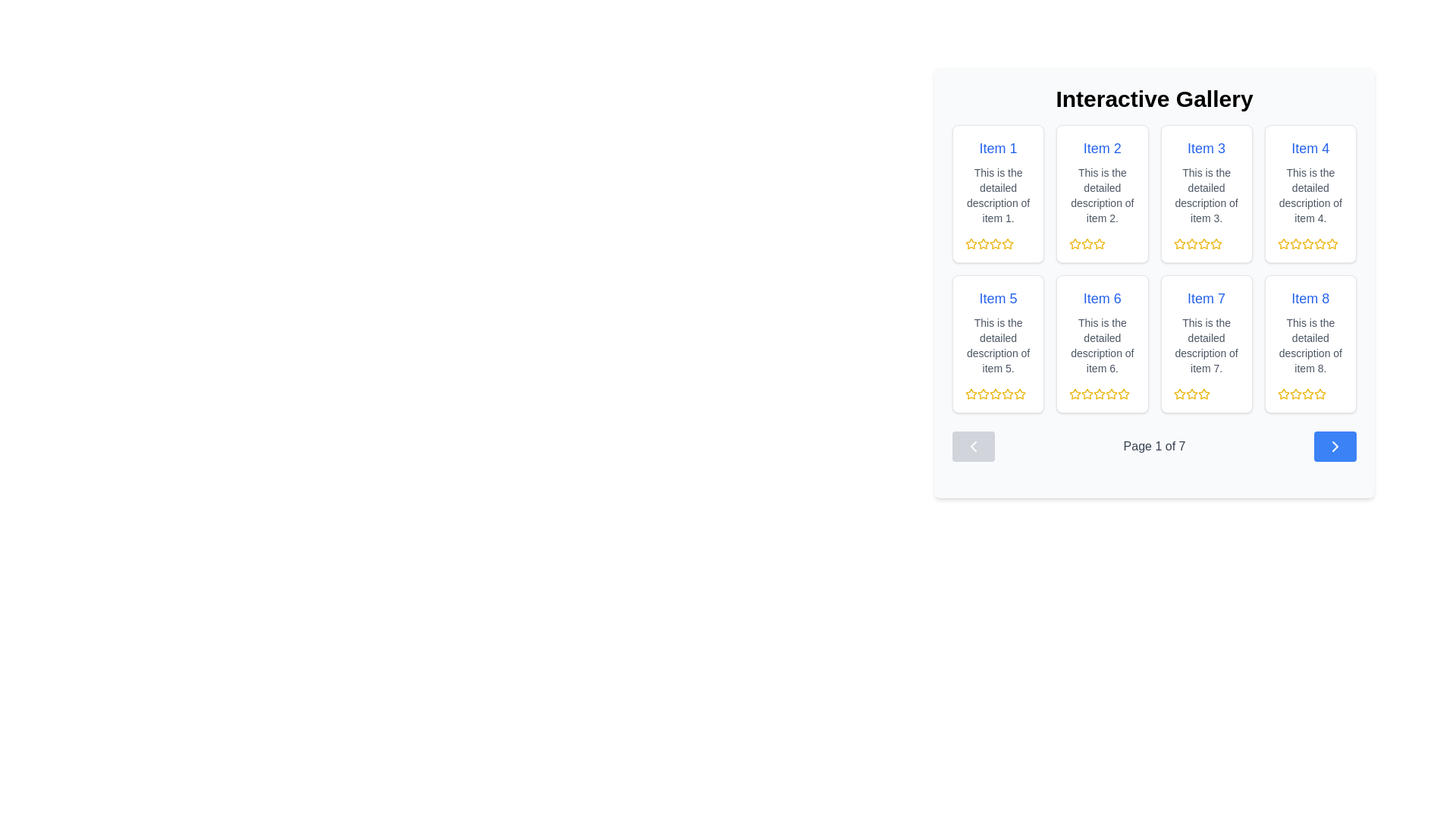 This screenshot has width=1456, height=819. Describe the element at coordinates (1319, 243) in the screenshot. I see `the sixth star in the rating system for 'Item 4'` at that location.